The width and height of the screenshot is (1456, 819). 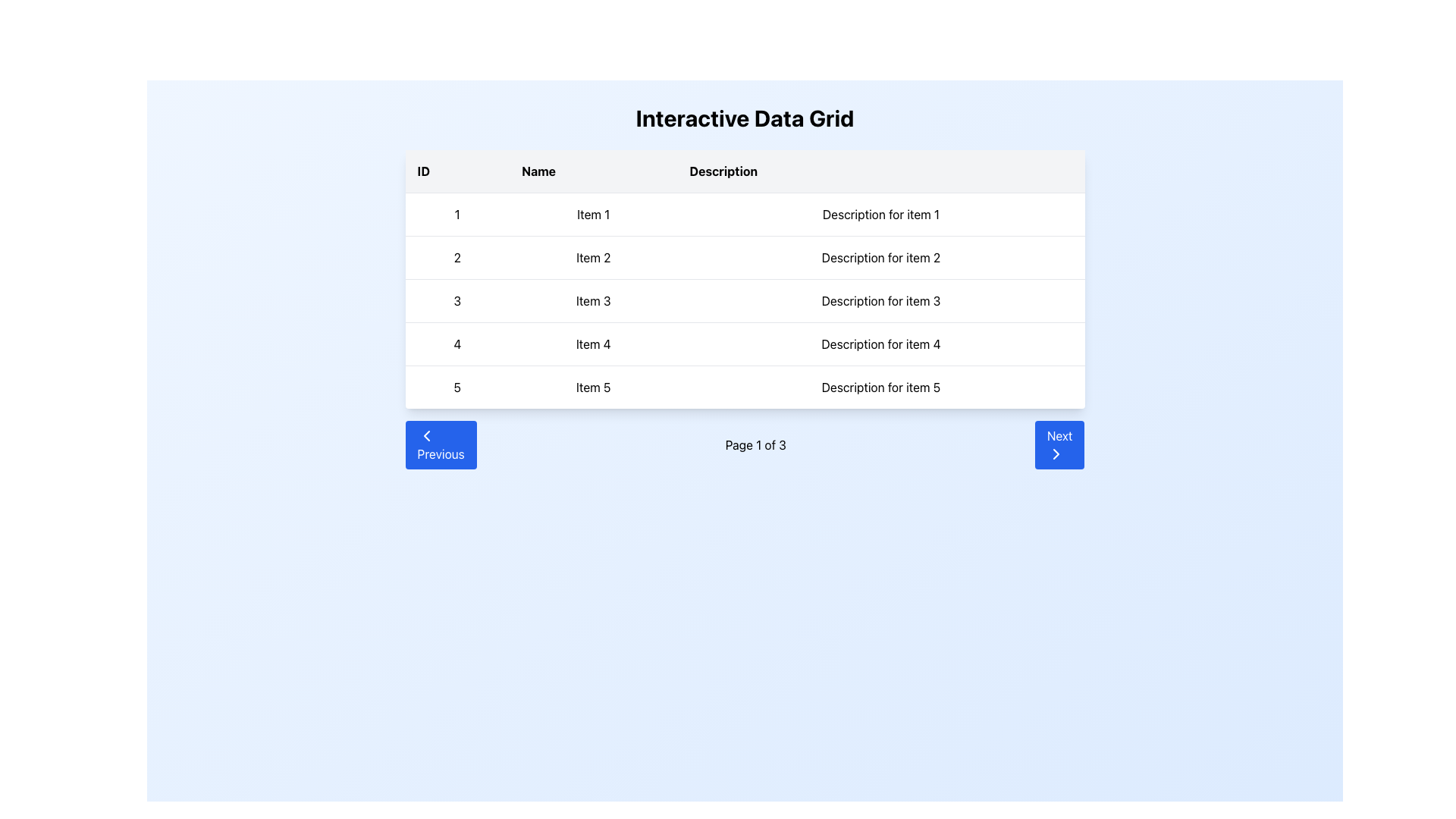 I want to click on the button labeled 'Next' containing the right-pointing chevron icon, so click(x=1055, y=453).